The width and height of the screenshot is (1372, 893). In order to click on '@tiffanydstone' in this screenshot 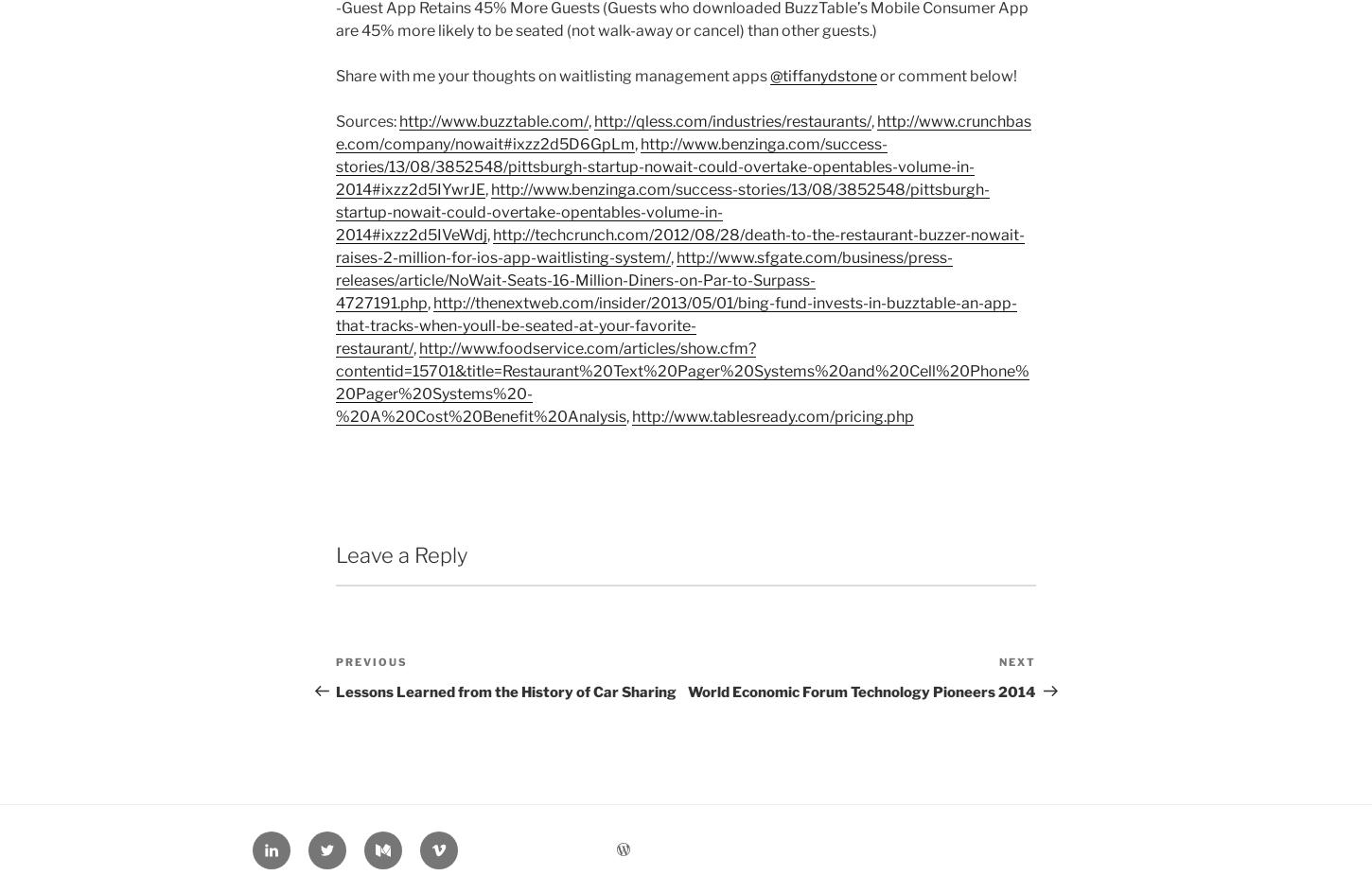, I will do `click(822, 75)`.